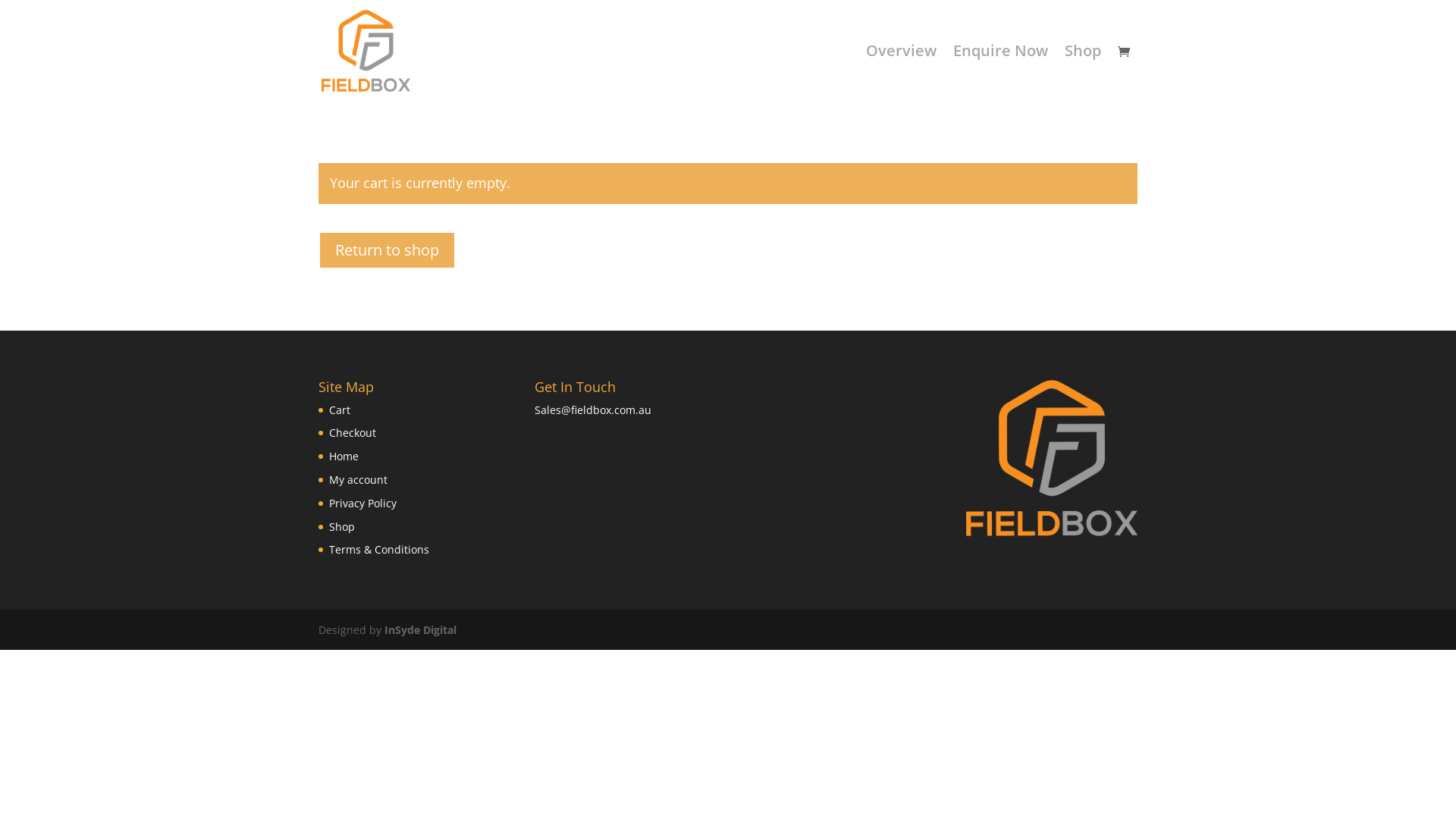  Describe the element at coordinates (952, 73) in the screenshot. I see `'Enquire Now'` at that location.